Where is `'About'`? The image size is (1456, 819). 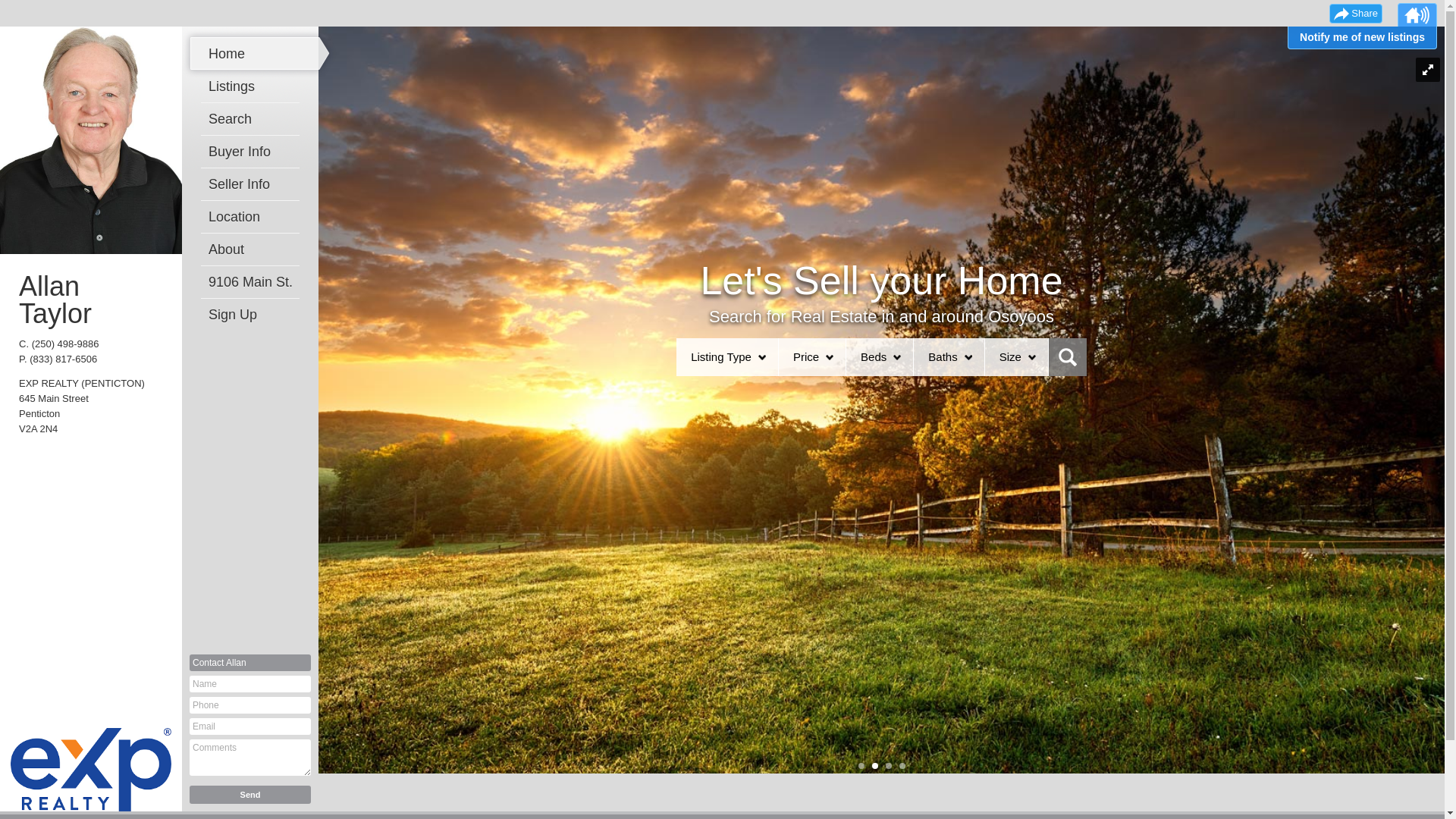
'About' is located at coordinates (207, 248).